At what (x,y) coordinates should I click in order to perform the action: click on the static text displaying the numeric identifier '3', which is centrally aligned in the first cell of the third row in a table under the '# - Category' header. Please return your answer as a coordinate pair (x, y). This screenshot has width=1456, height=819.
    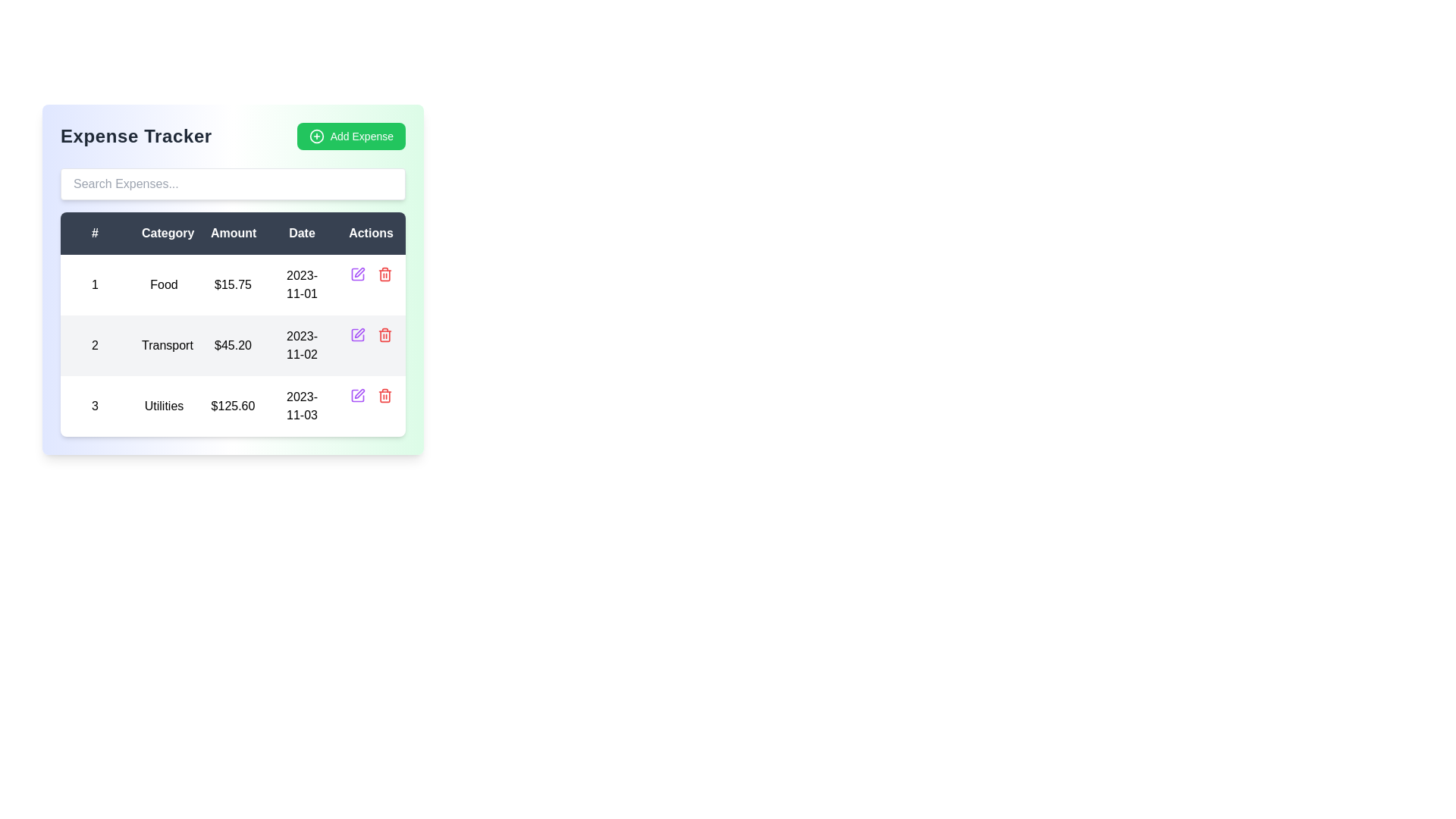
    Looking at the image, I should click on (94, 406).